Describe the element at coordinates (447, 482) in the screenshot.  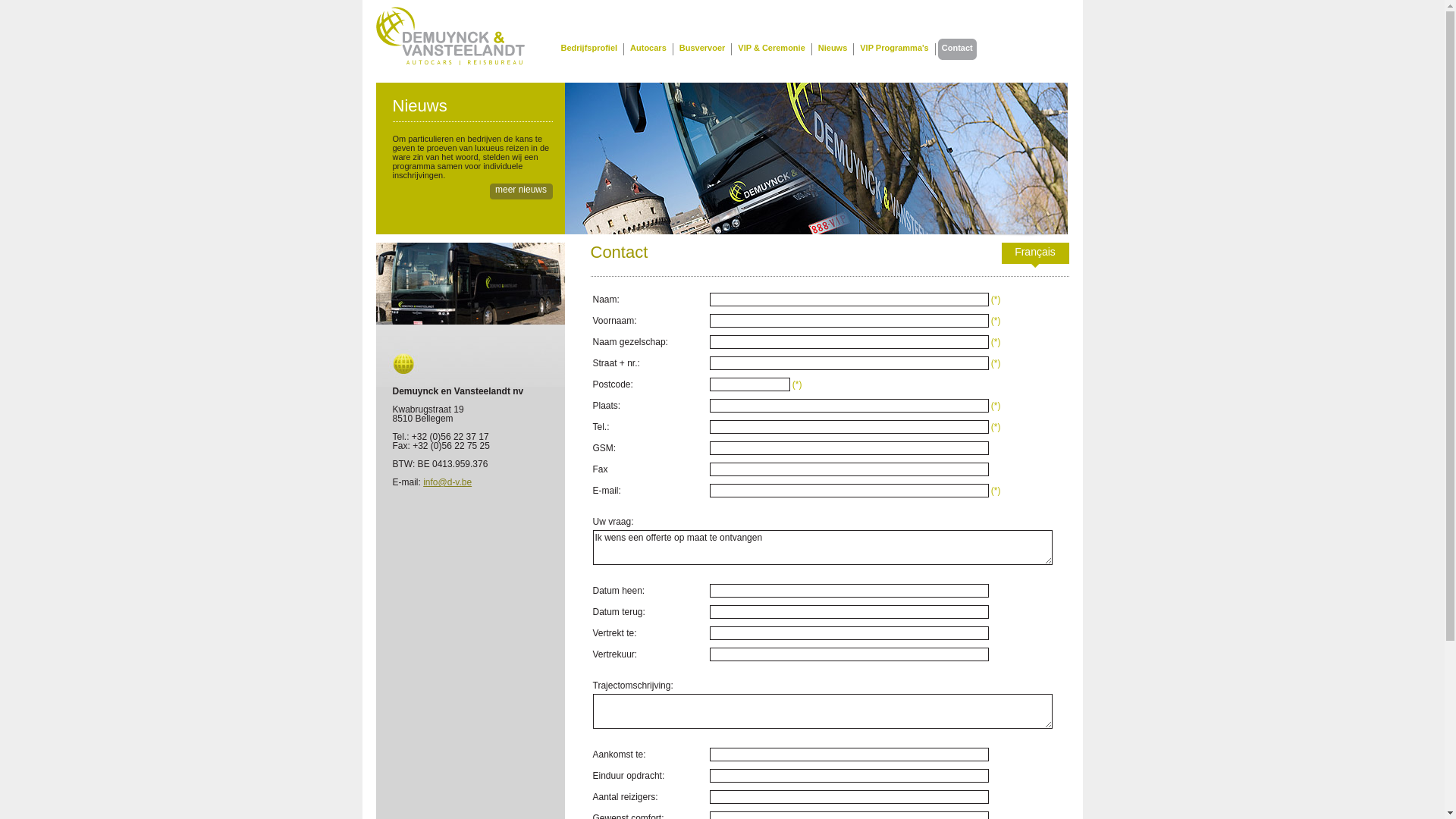
I see `'info@d-v.be'` at that location.